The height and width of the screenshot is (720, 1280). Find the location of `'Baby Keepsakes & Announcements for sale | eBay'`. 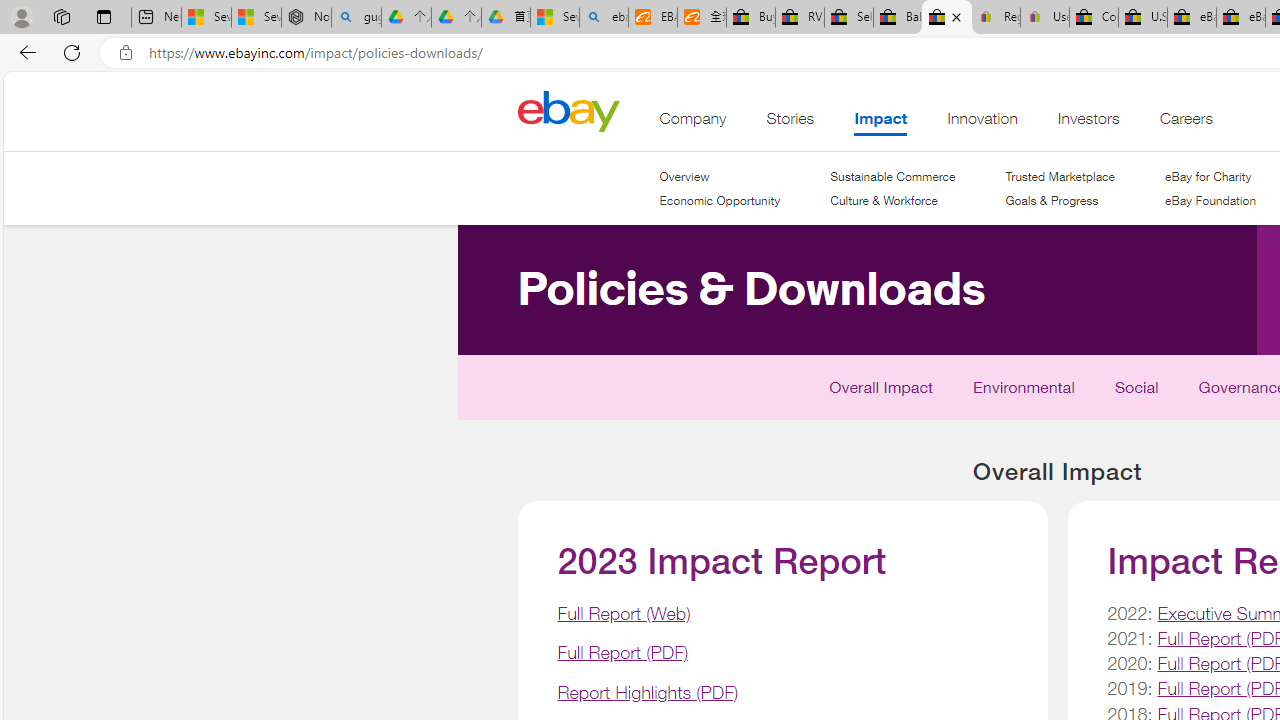

'Baby Keepsakes & Announcements for sale | eBay' is located at coordinates (896, 17).